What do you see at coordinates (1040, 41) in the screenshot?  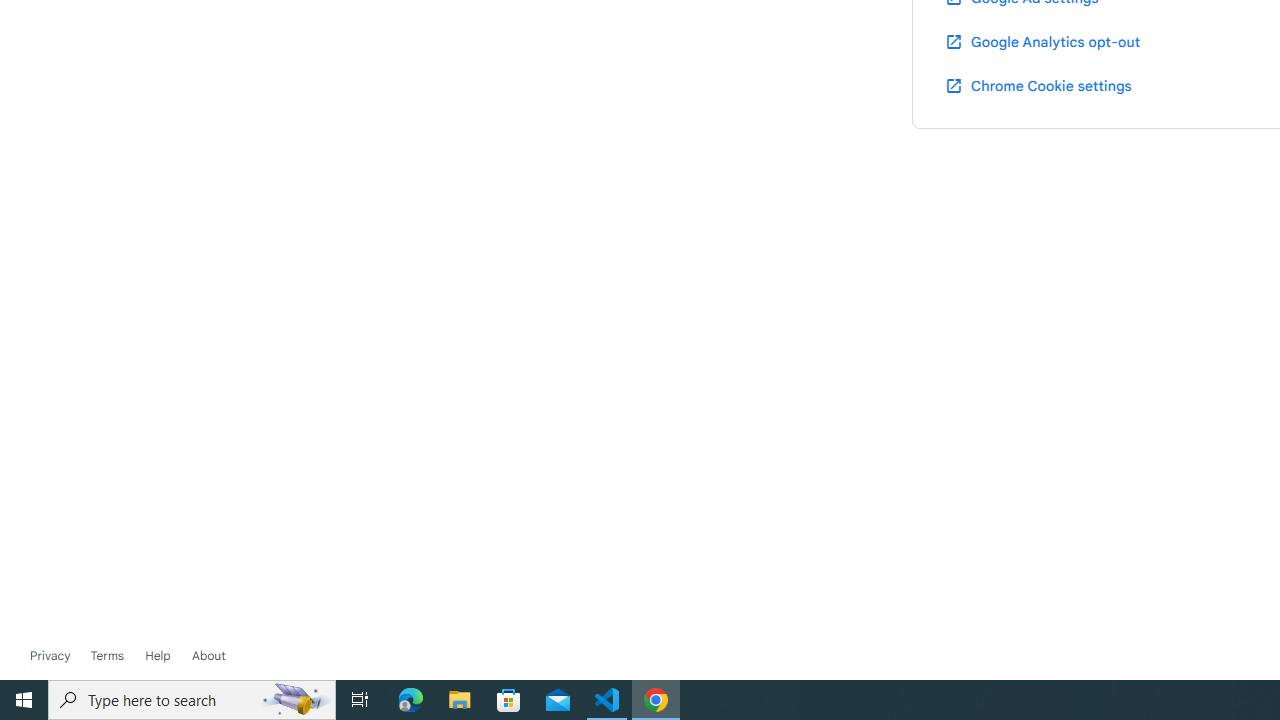 I see `'Google Analytics opt-out'` at bounding box center [1040, 41].